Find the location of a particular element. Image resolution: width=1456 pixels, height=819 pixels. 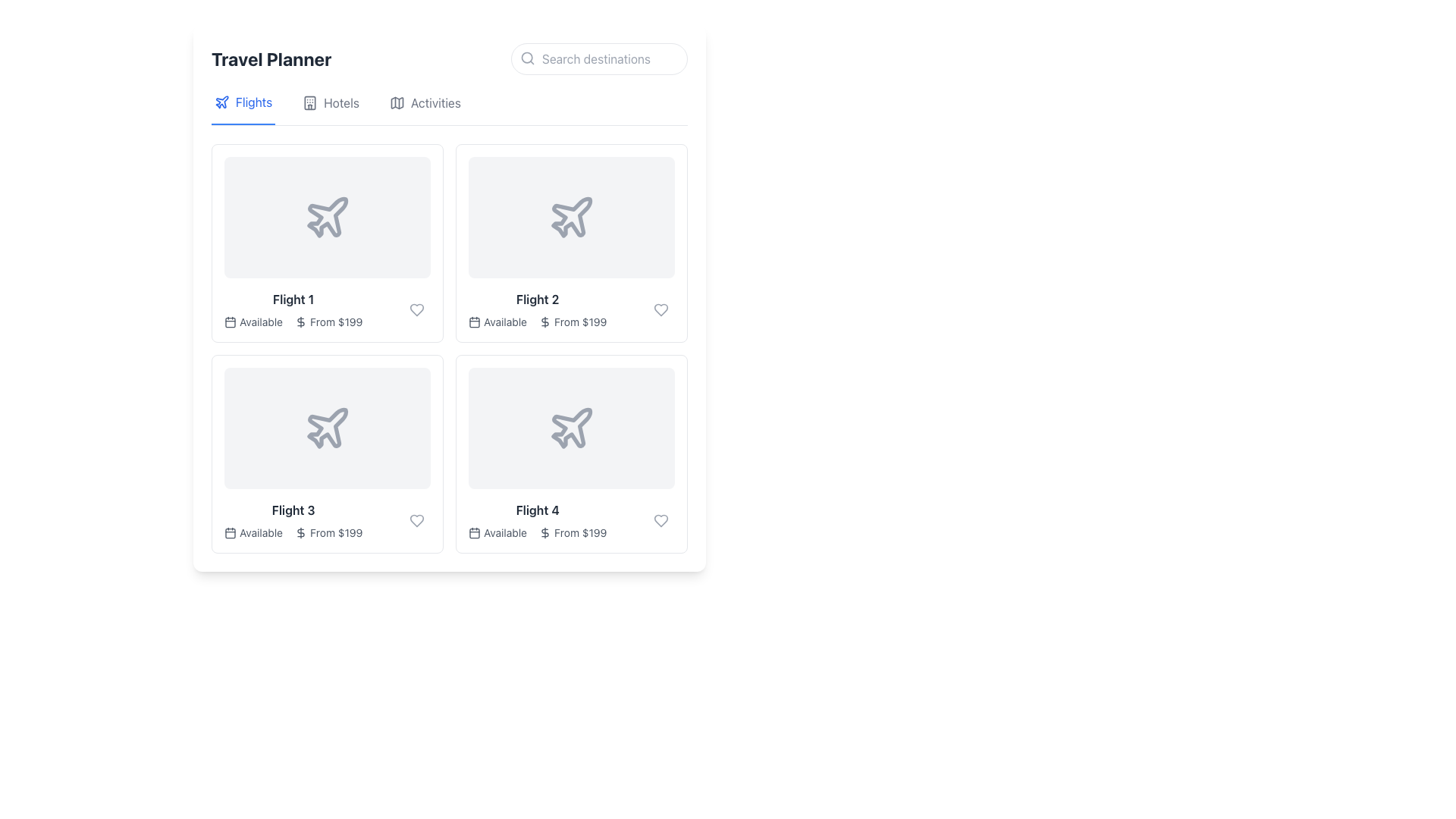

the text label displaying 'Flight 2', which is located under the airplane icon in the second flight's box of the grid is located at coordinates (538, 299).